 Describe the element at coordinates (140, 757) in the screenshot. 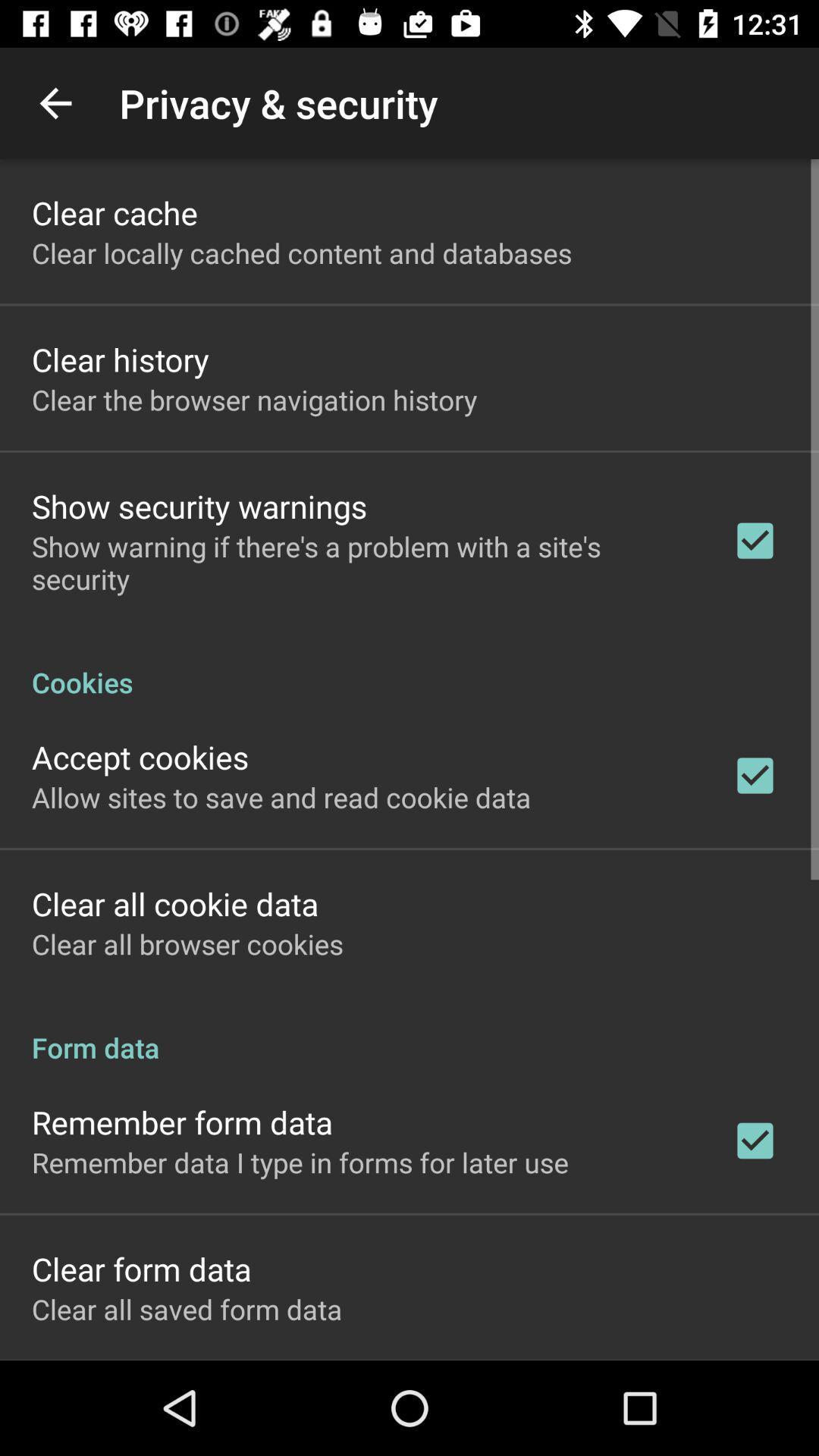

I see `the app below the cookies` at that location.